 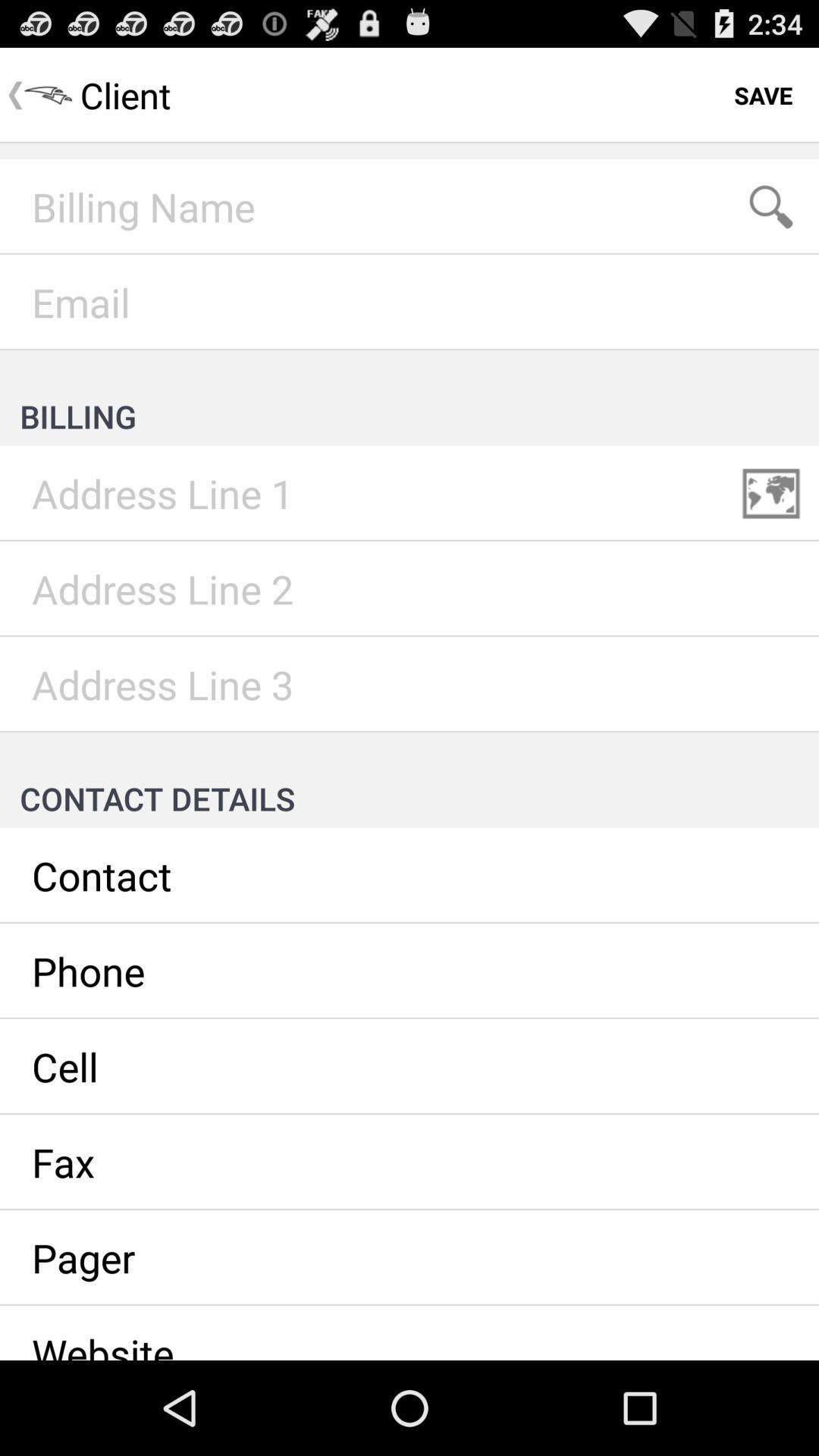 What do you see at coordinates (409, 876) in the screenshot?
I see `the contact` at bounding box center [409, 876].